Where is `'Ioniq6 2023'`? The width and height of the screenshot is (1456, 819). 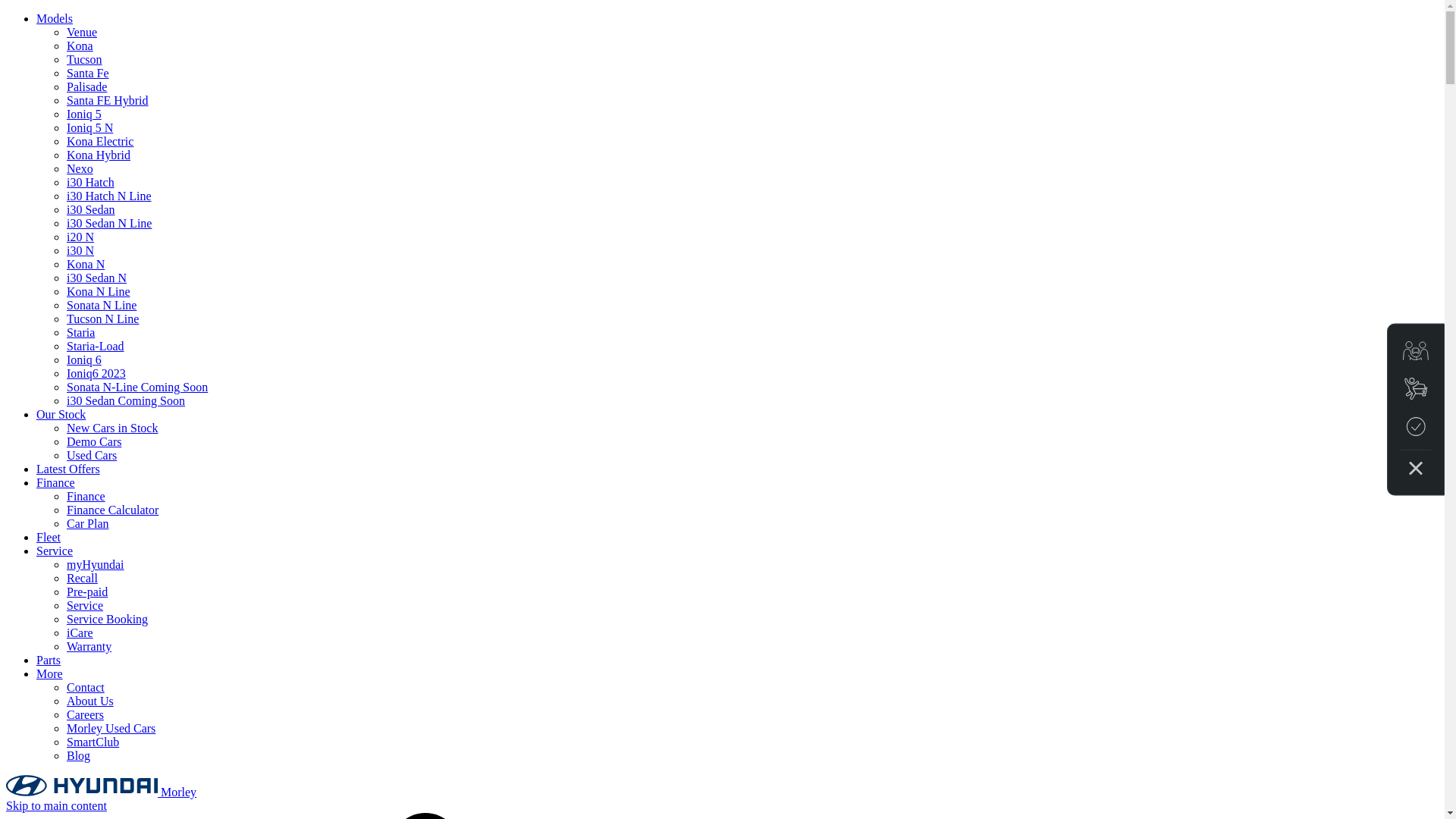
'Ioniq6 2023' is located at coordinates (95, 373).